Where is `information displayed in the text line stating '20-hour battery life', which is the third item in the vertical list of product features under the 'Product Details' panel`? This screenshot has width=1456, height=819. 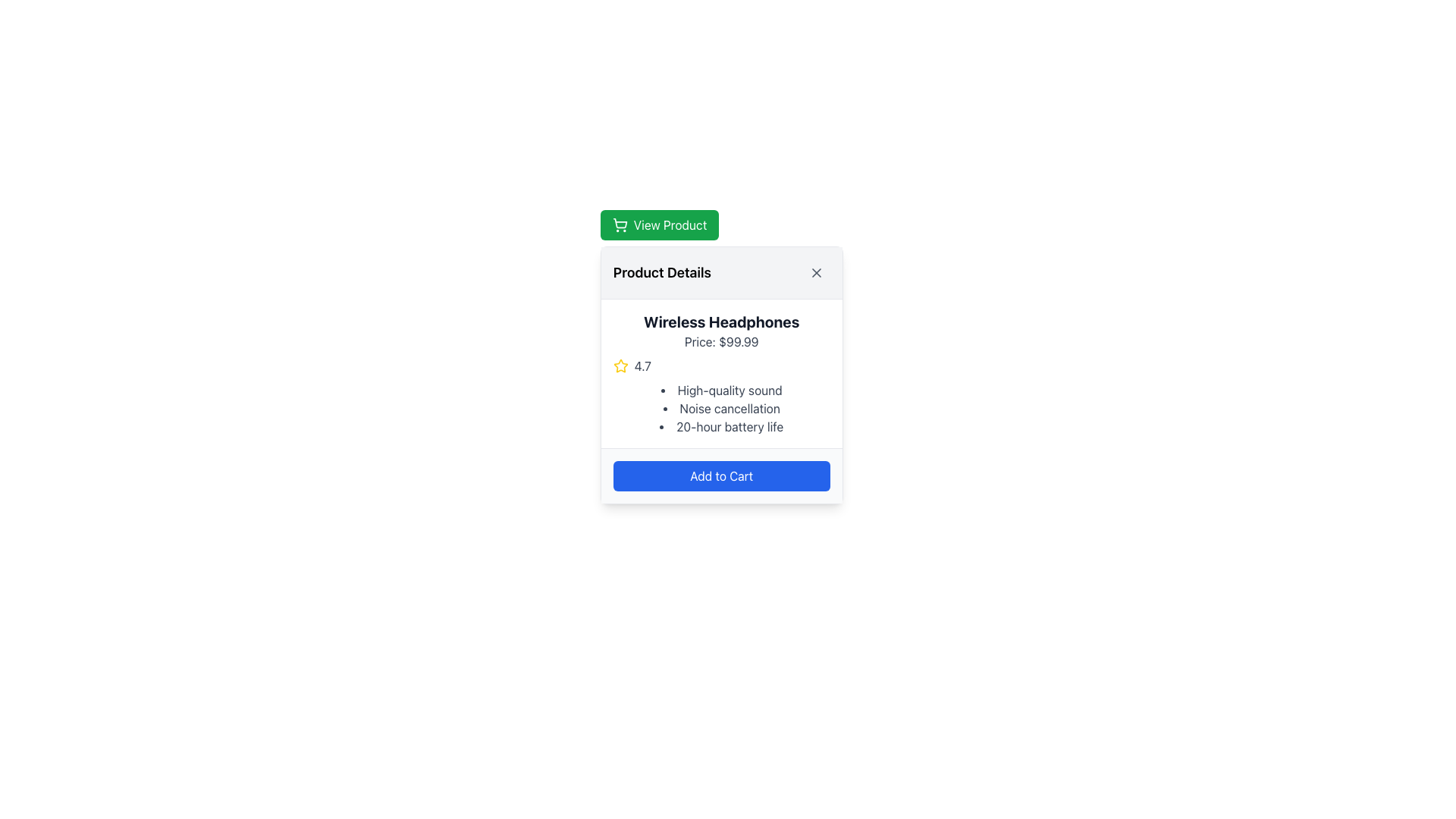
information displayed in the text line stating '20-hour battery life', which is the third item in the vertical list of product features under the 'Product Details' panel is located at coordinates (720, 427).